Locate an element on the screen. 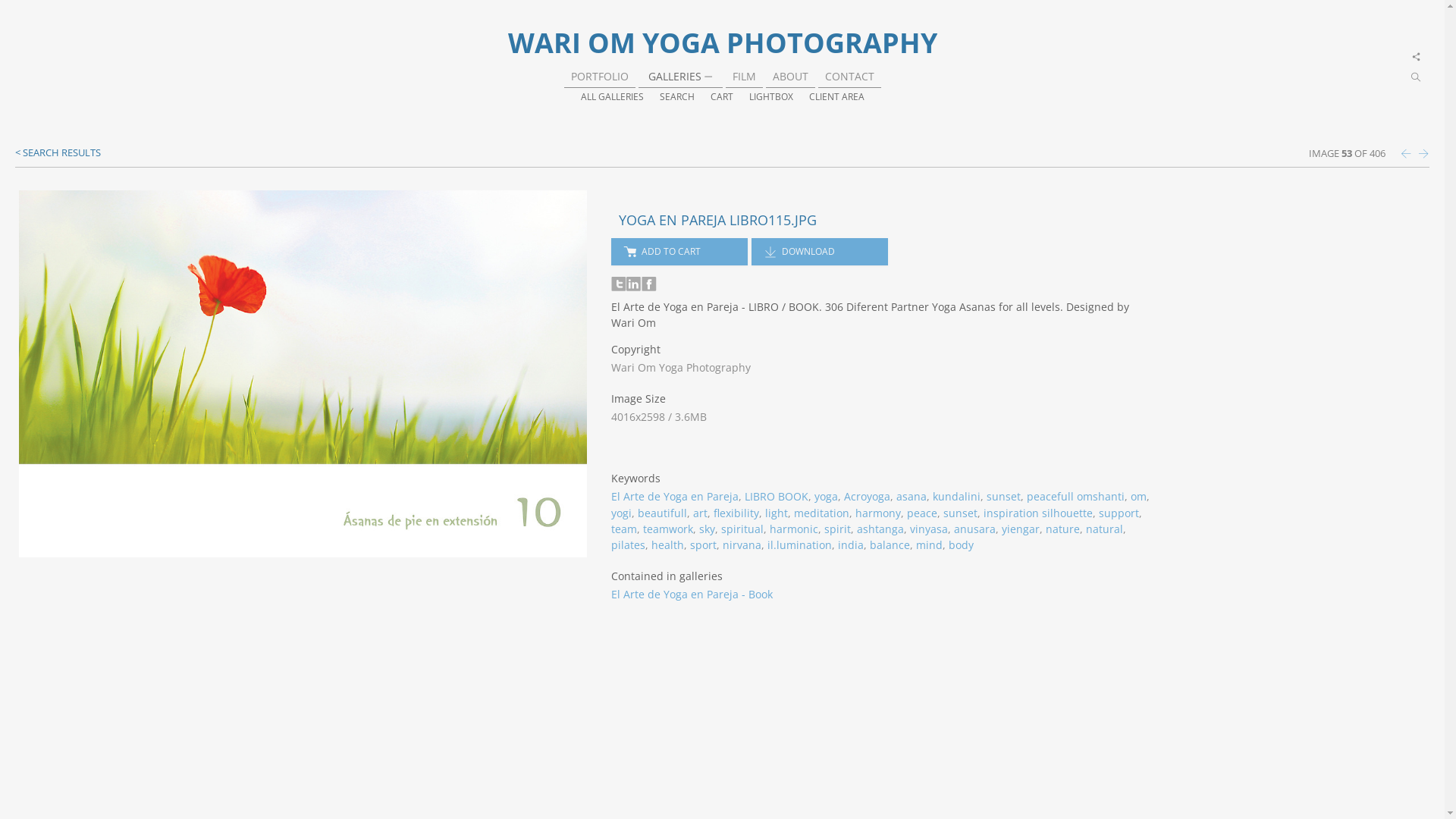 This screenshot has height=819, width=1456. 'sky' is located at coordinates (706, 528).